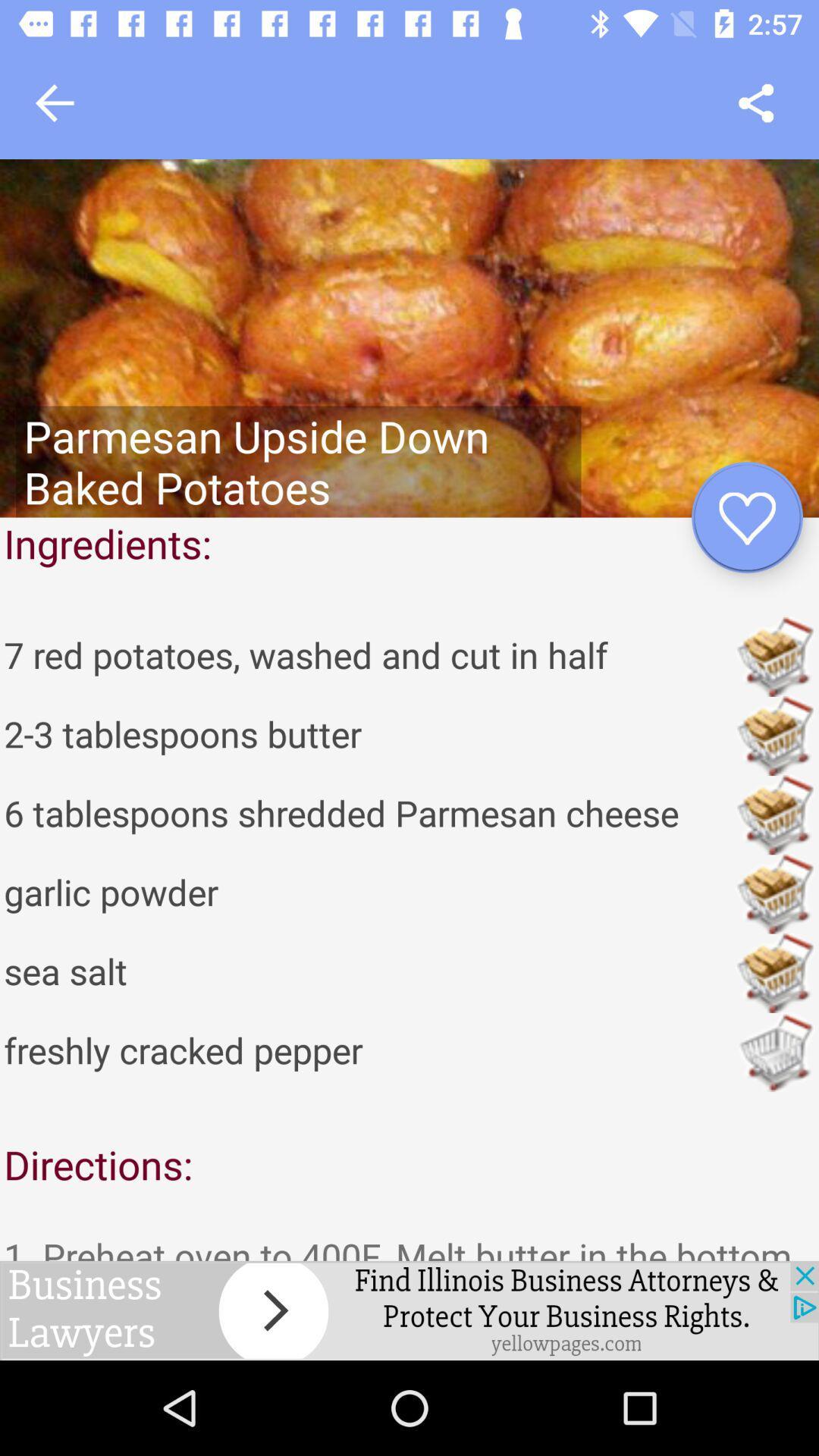 The height and width of the screenshot is (1456, 819). I want to click on seach pega, so click(756, 102).